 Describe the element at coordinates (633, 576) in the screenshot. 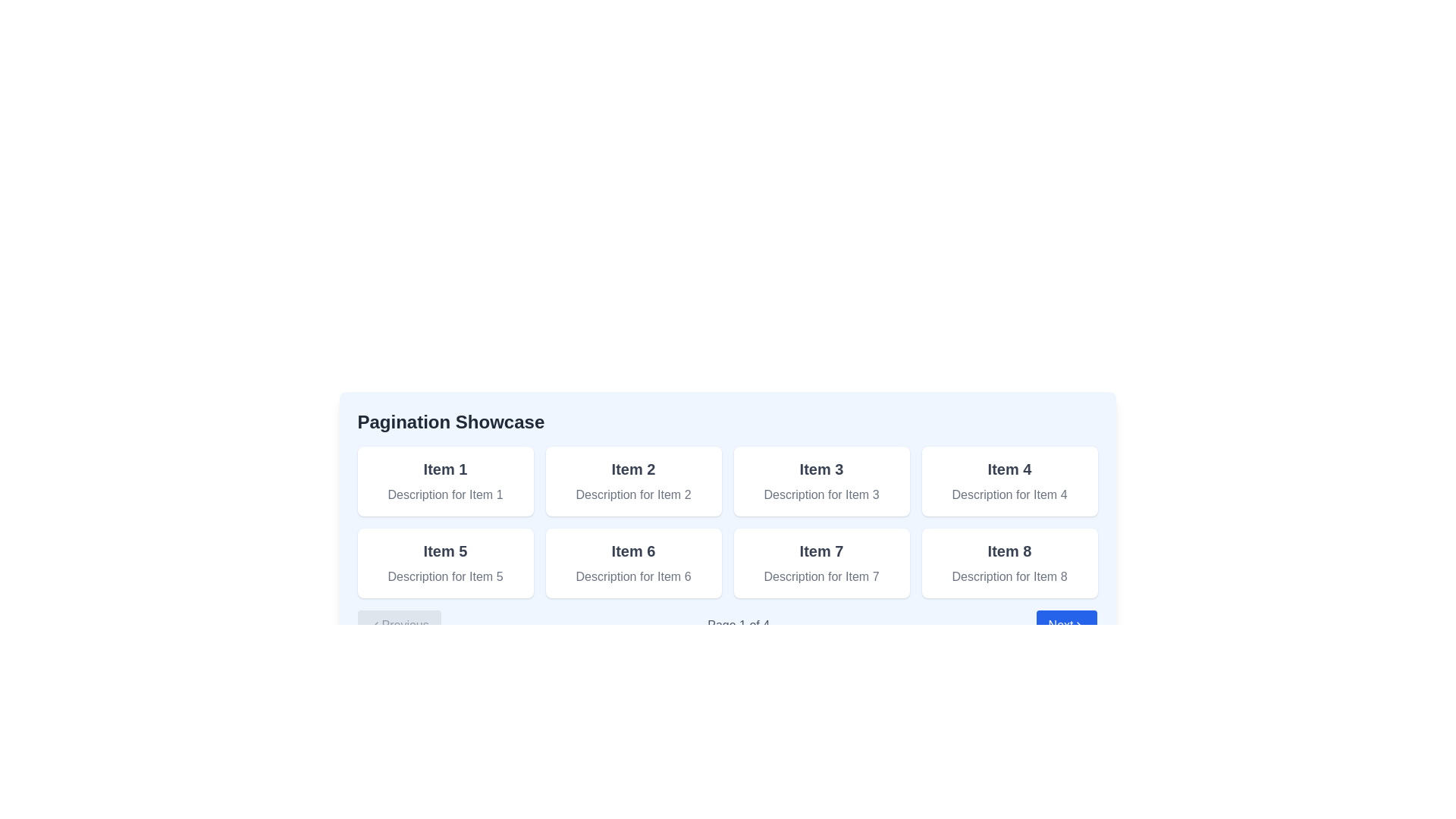

I see `the static text label reading 'Description for Item 6', which is styled in light gray and positioned below the title 'Item 6'` at that location.